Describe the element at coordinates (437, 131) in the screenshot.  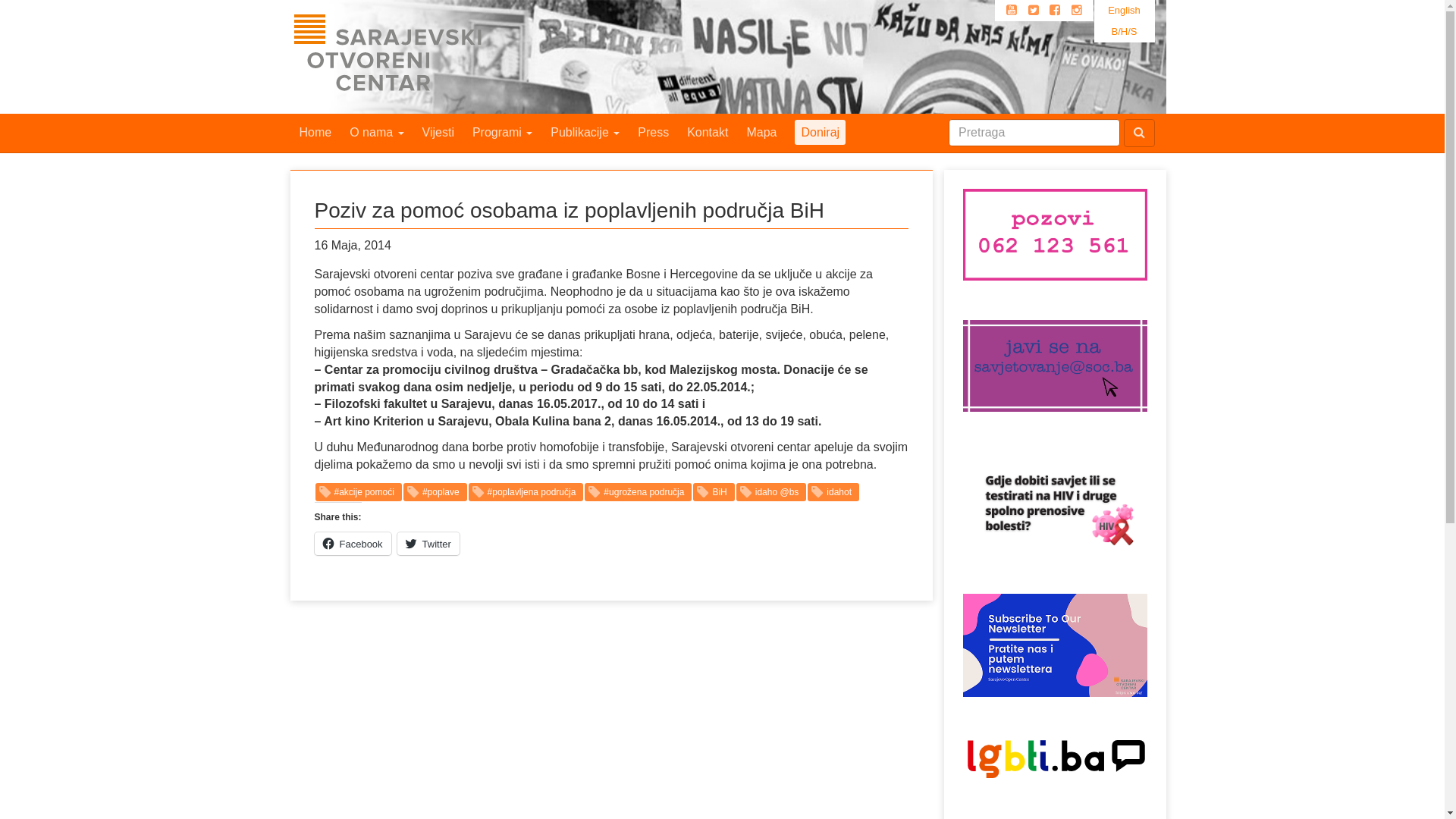
I see `'Vijesti'` at that location.